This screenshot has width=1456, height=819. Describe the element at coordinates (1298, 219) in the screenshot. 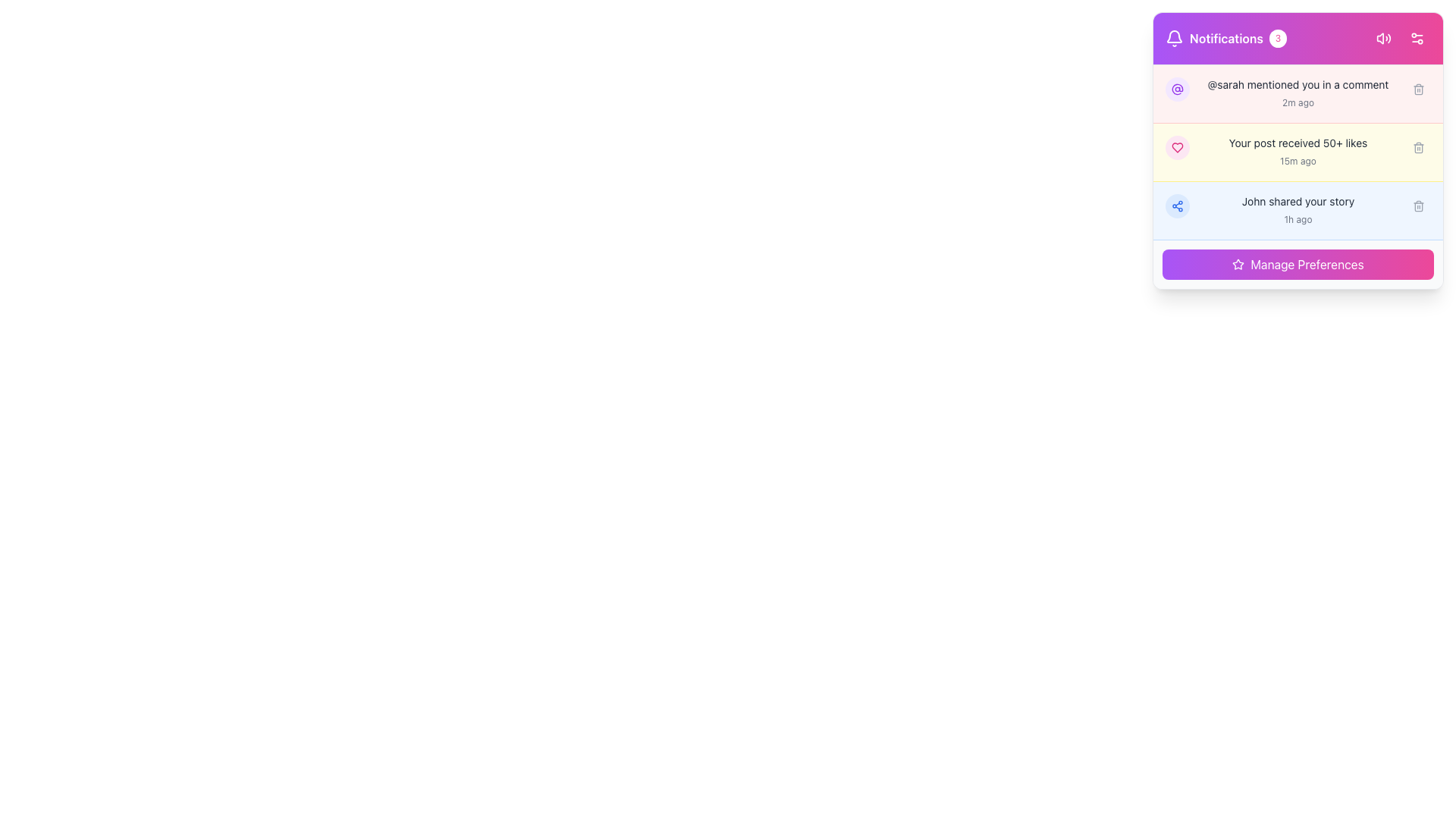

I see `timestamp text '1h ago' displayed in light gray underneath the main text 'John shared your story' in the notification card` at that location.